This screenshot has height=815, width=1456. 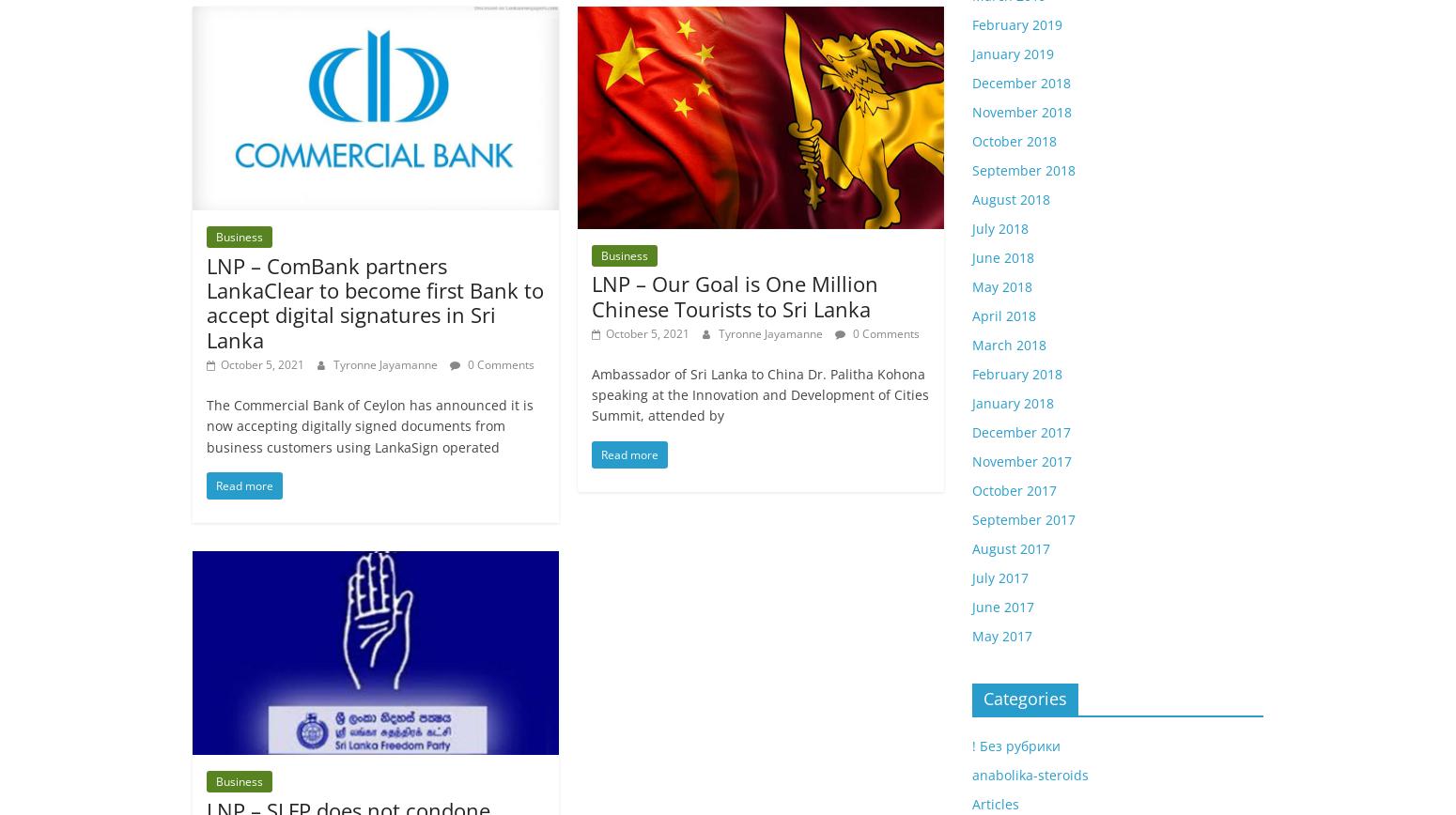 I want to click on 'November 2017', so click(x=1020, y=461).